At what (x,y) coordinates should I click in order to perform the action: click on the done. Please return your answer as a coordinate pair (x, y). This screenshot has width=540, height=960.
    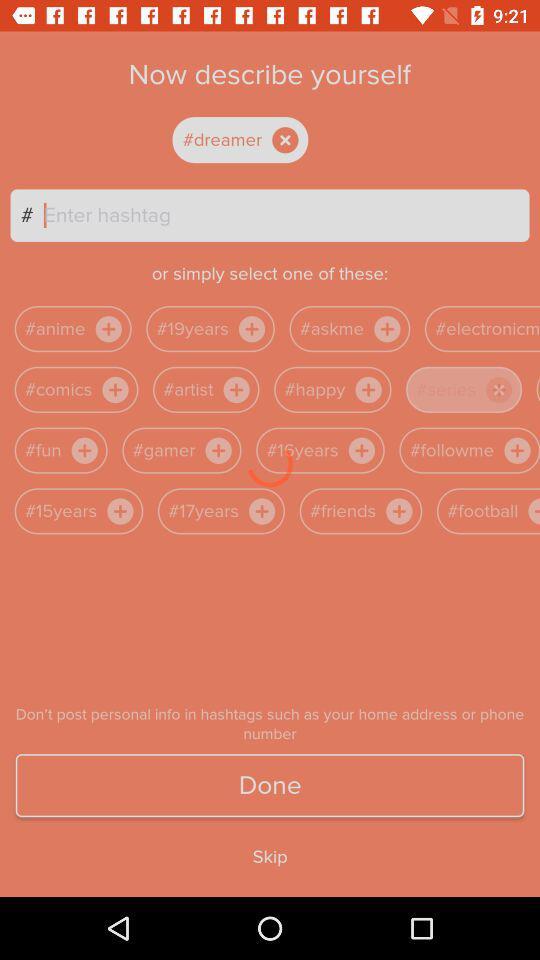
    Looking at the image, I should click on (270, 785).